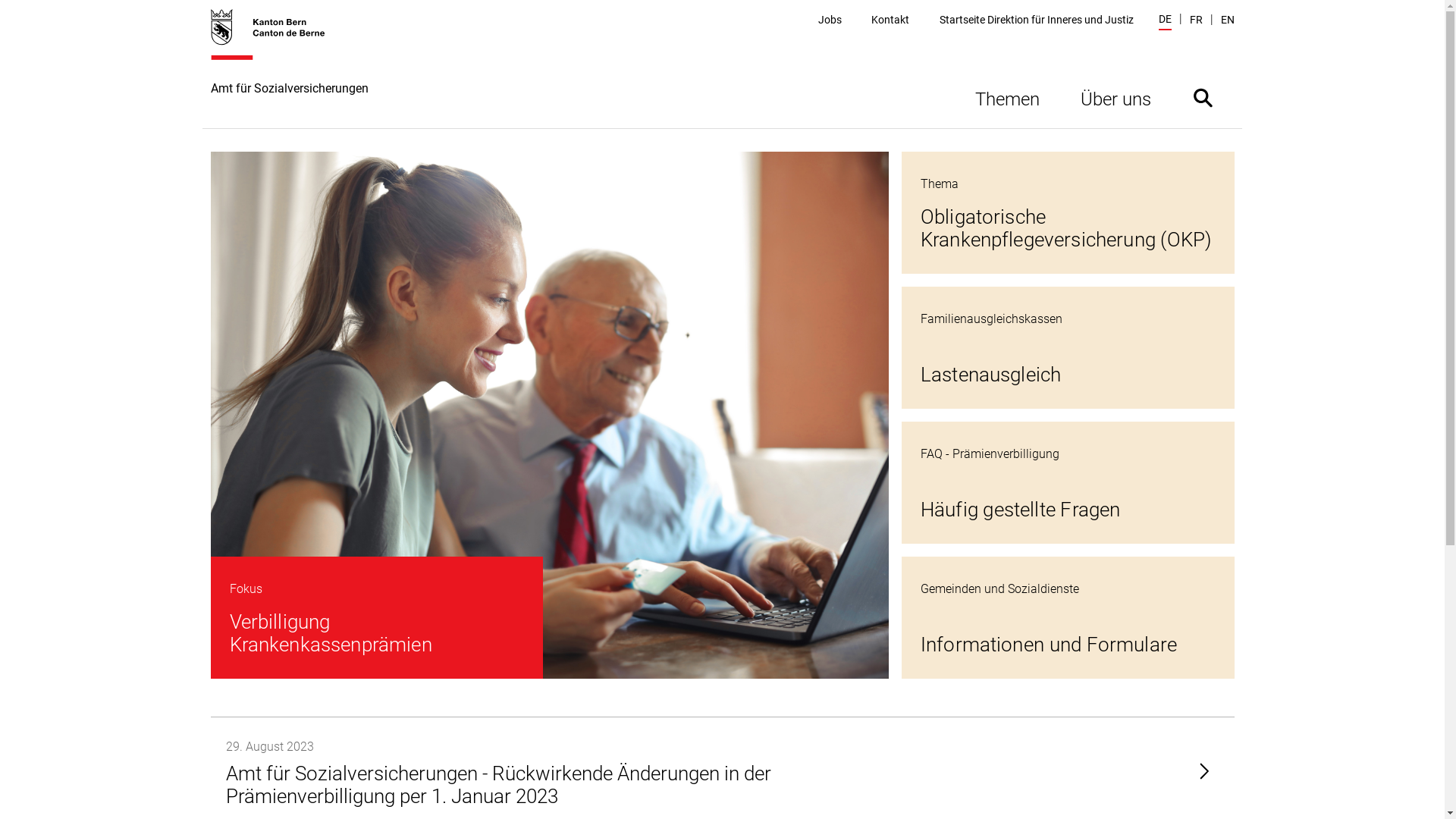 This screenshot has height=819, width=1456. Describe the element at coordinates (1067, 347) in the screenshot. I see `'Lastenausgleich` at that location.